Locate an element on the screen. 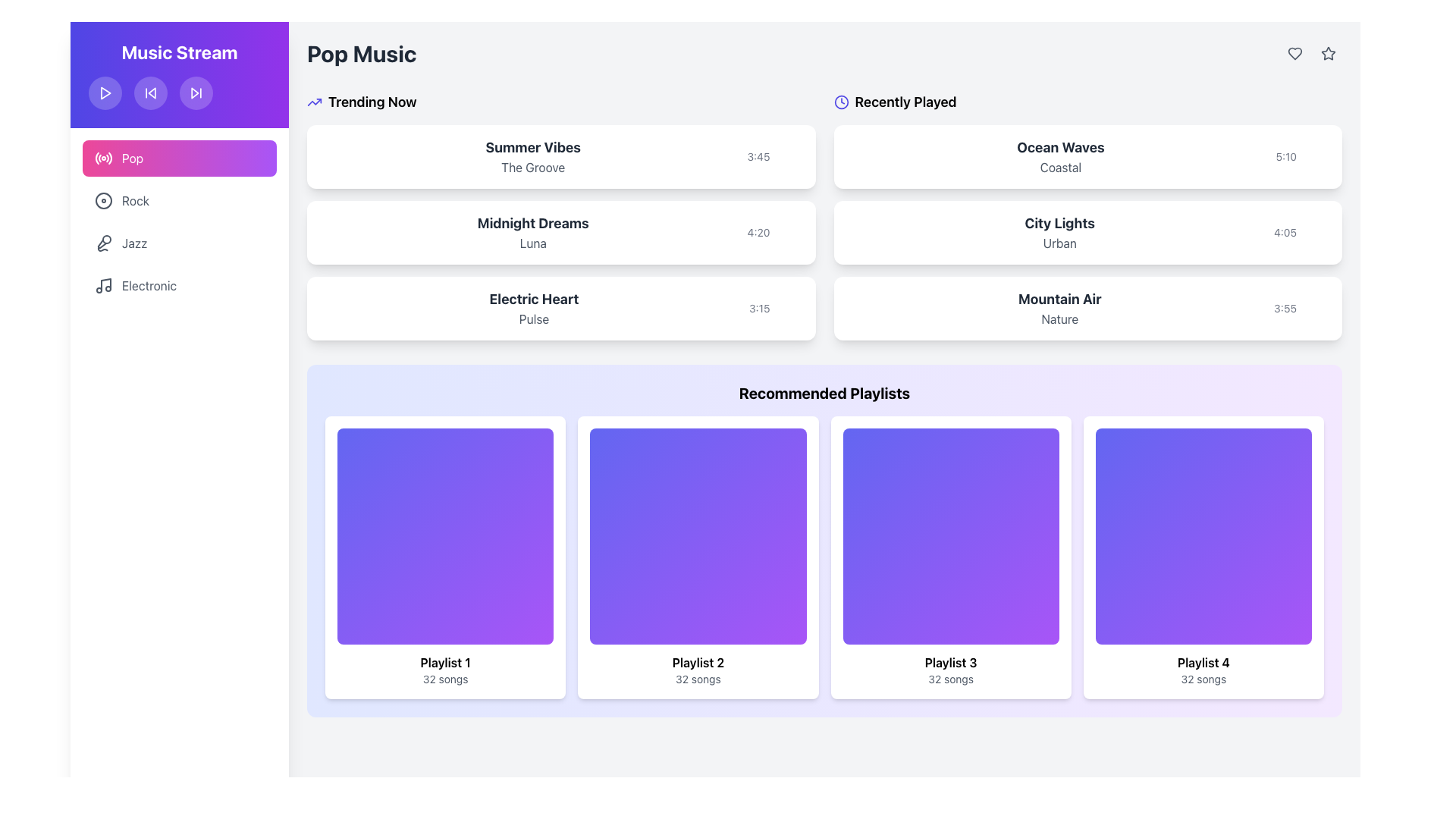  the 'Jazz' category icon located in the left-hand navigation panel, adjacent to the text label 'Jazz' is located at coordinates (103, 242).